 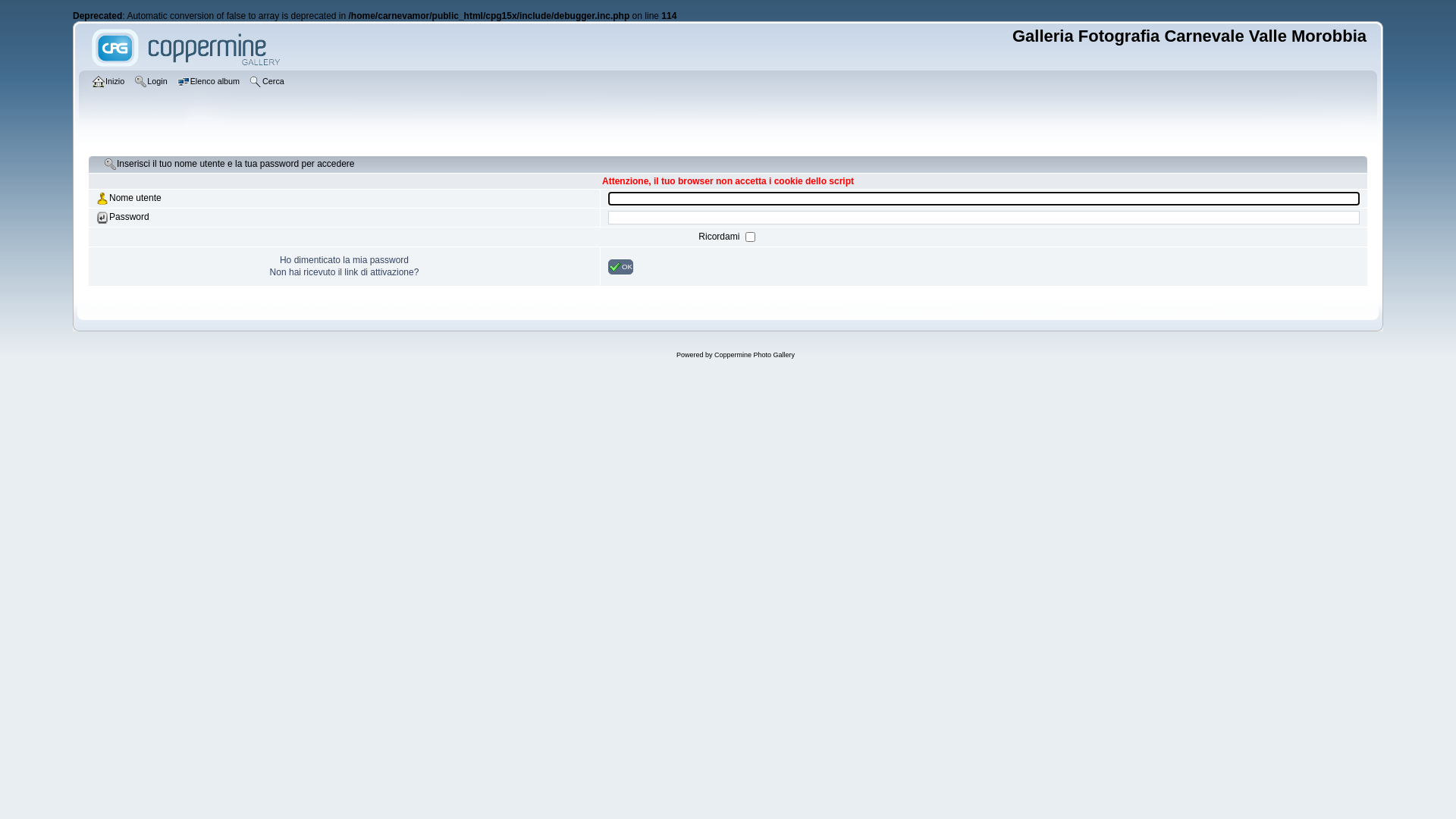 I want to click on 'Inizio', so click(x=91, y=82).